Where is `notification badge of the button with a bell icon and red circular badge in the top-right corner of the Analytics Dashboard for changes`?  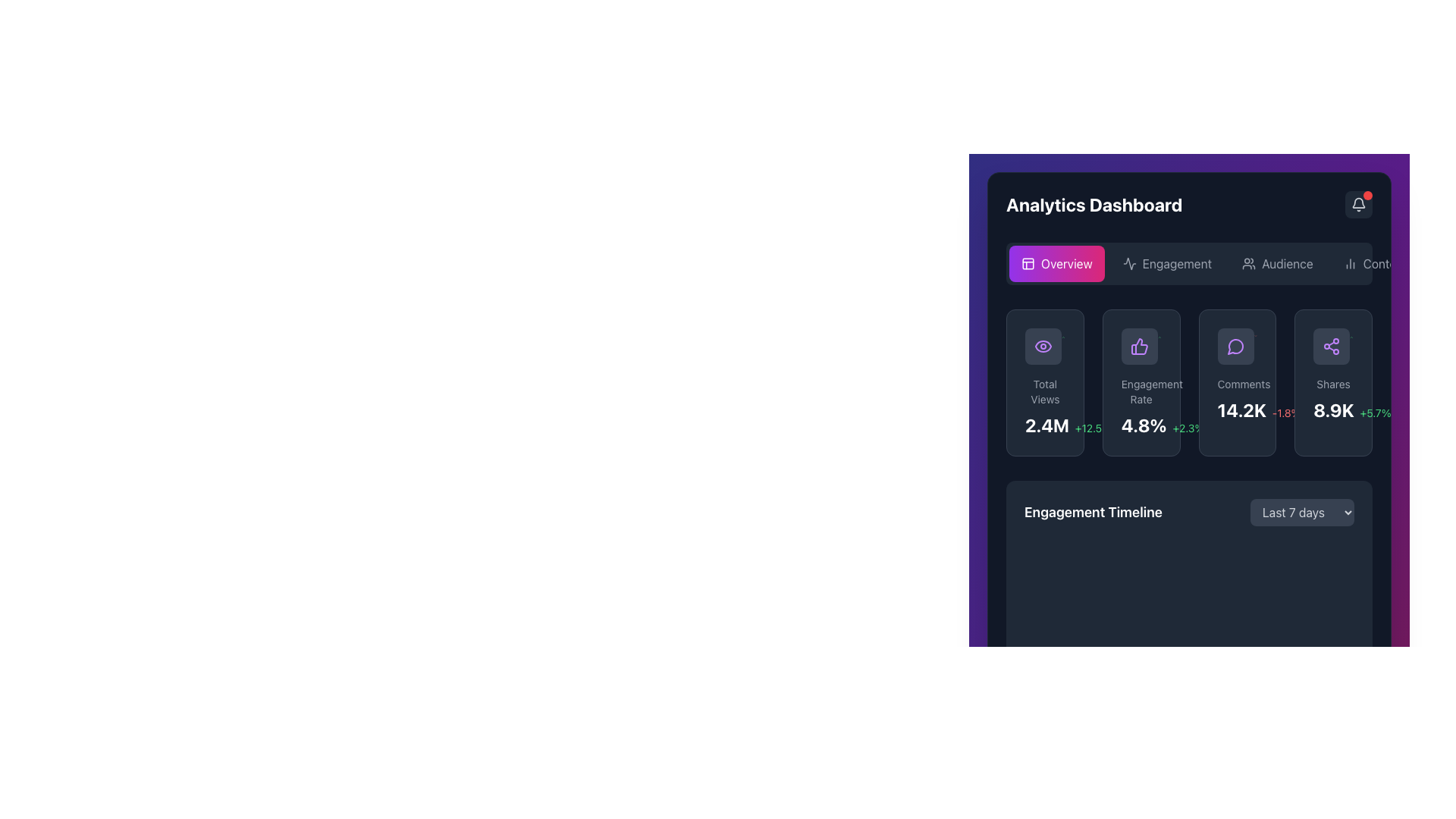 notification badge of the button with a bell icon and red circular badge in the top-right corner of the Analytics Dashboard for changes is located at coordinates (1358, 205).